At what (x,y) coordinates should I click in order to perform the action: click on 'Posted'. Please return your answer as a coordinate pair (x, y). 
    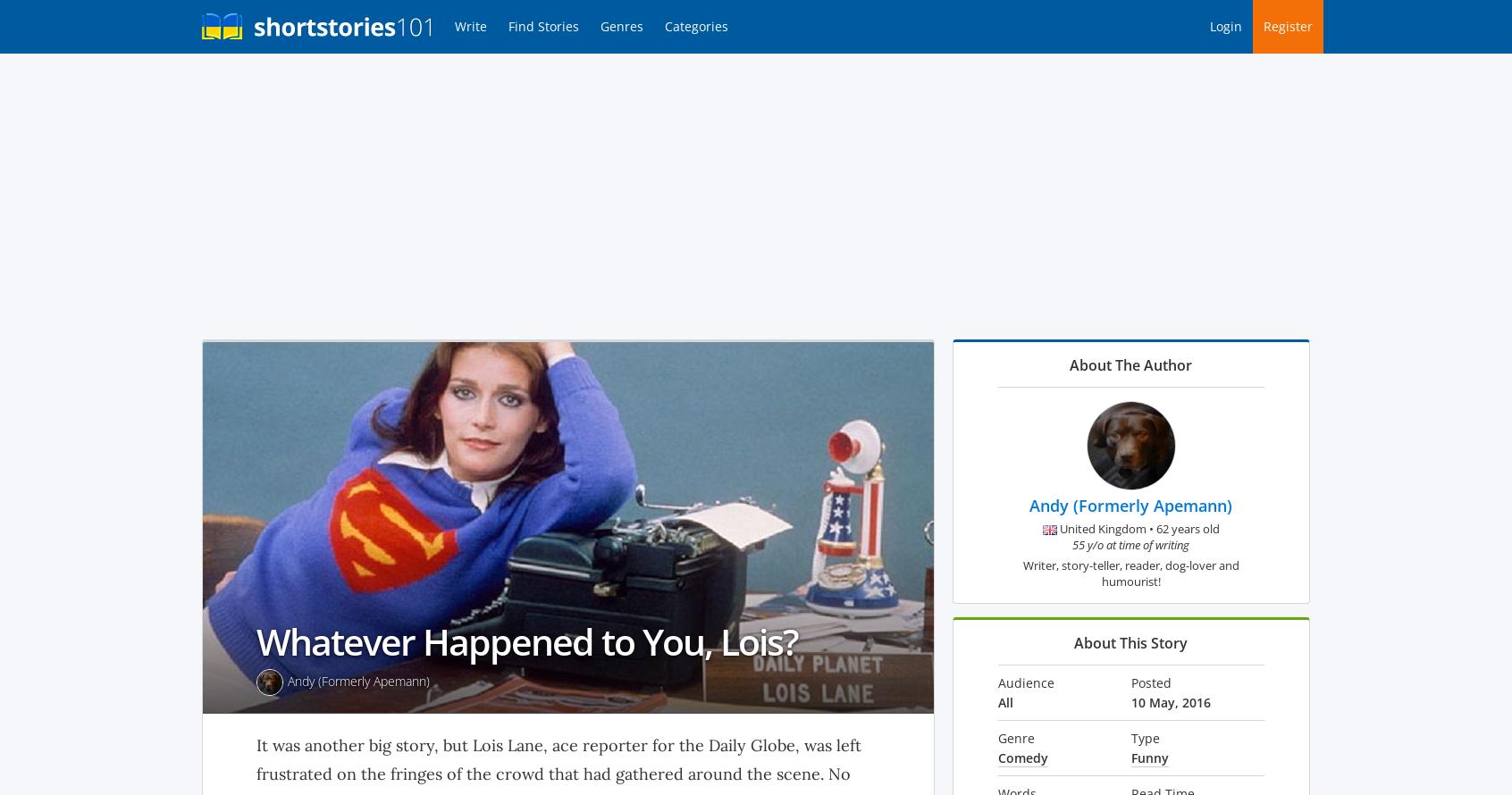
    Looking at the image, I should click on (1149, 682).